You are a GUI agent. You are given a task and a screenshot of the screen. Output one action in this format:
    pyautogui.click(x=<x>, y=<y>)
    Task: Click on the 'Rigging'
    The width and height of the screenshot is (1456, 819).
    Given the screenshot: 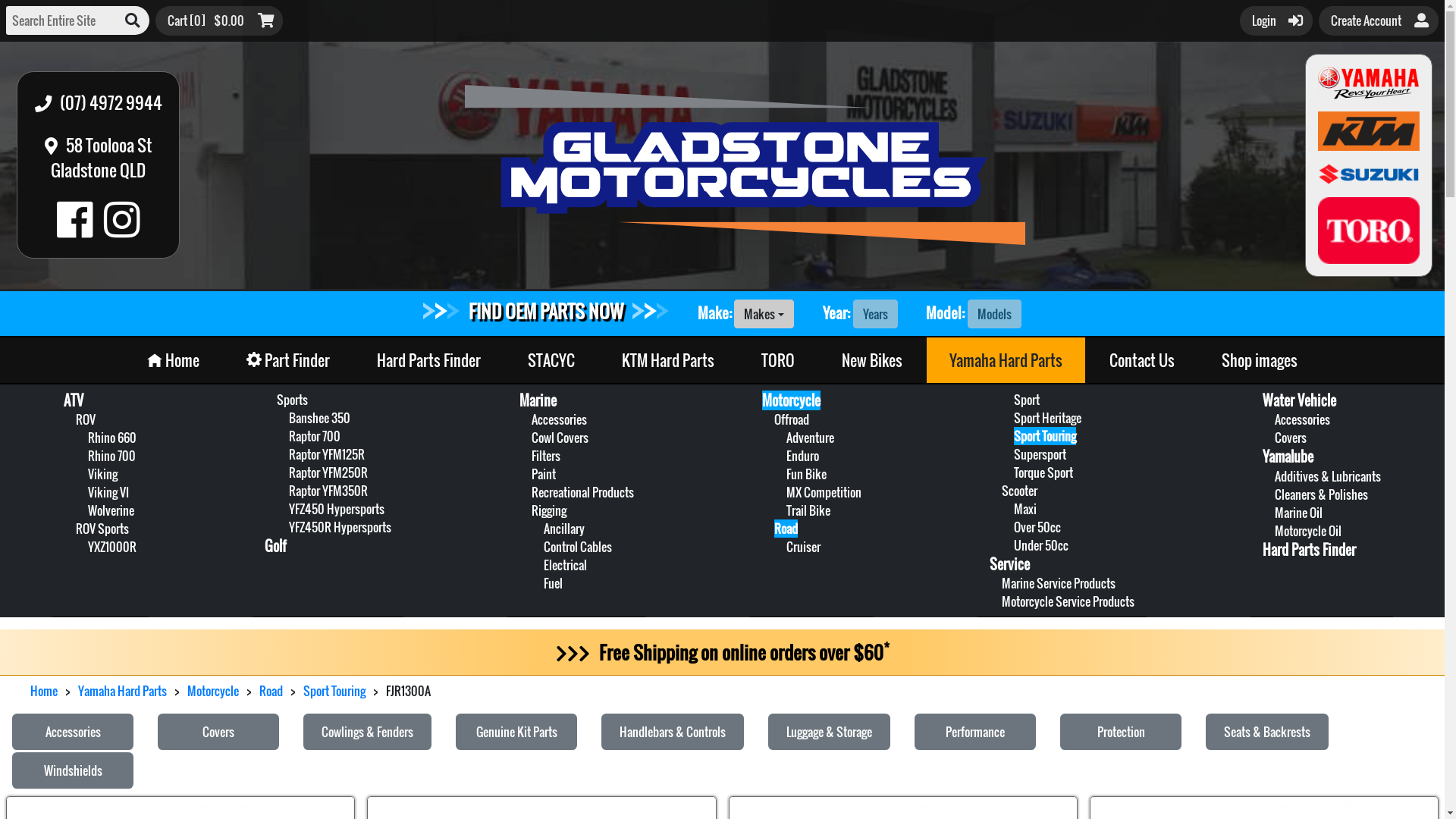 What is the action you would take?
    pyautogui.click(x=548, y=510)
    